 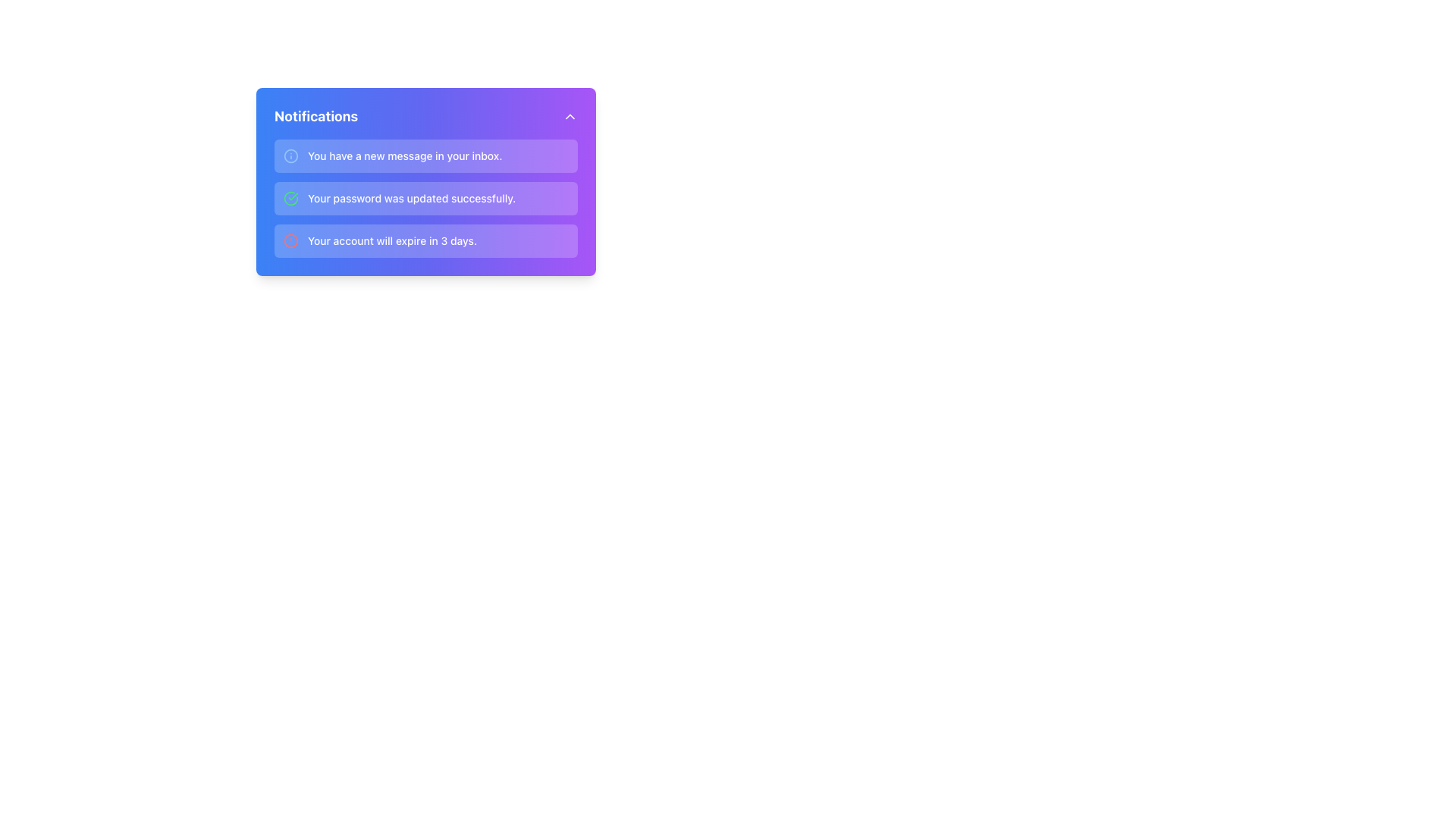 What do you see at coordinates (412, 198) in the screenshot?
I see `confirmation message displayed in the center of the second notification card, which indicates the successful update of the user's password` at bounding box center [412, 198].